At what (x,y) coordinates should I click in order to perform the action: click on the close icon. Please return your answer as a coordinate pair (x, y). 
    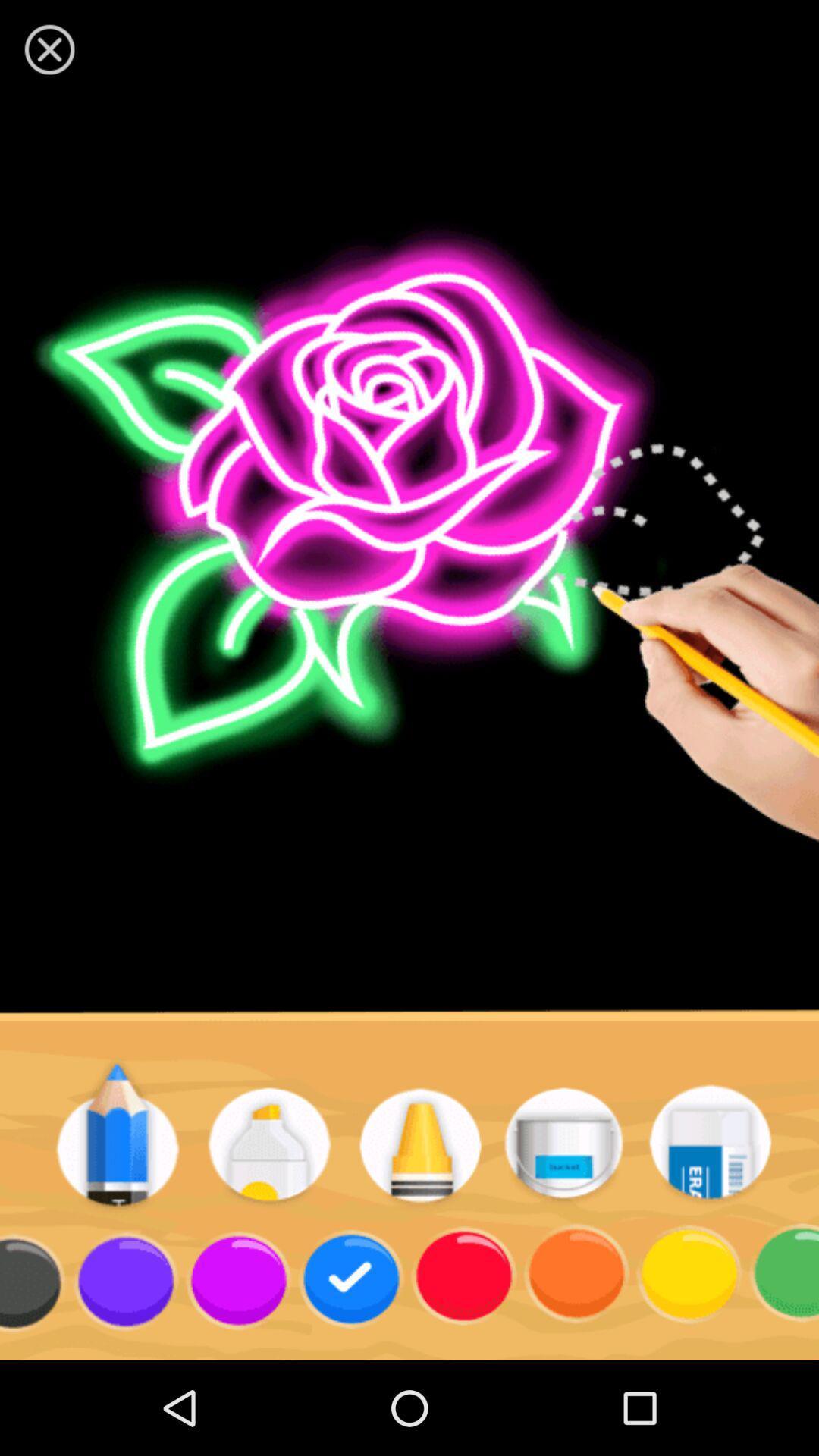
    Looking at the image, I should click on (49, 49).